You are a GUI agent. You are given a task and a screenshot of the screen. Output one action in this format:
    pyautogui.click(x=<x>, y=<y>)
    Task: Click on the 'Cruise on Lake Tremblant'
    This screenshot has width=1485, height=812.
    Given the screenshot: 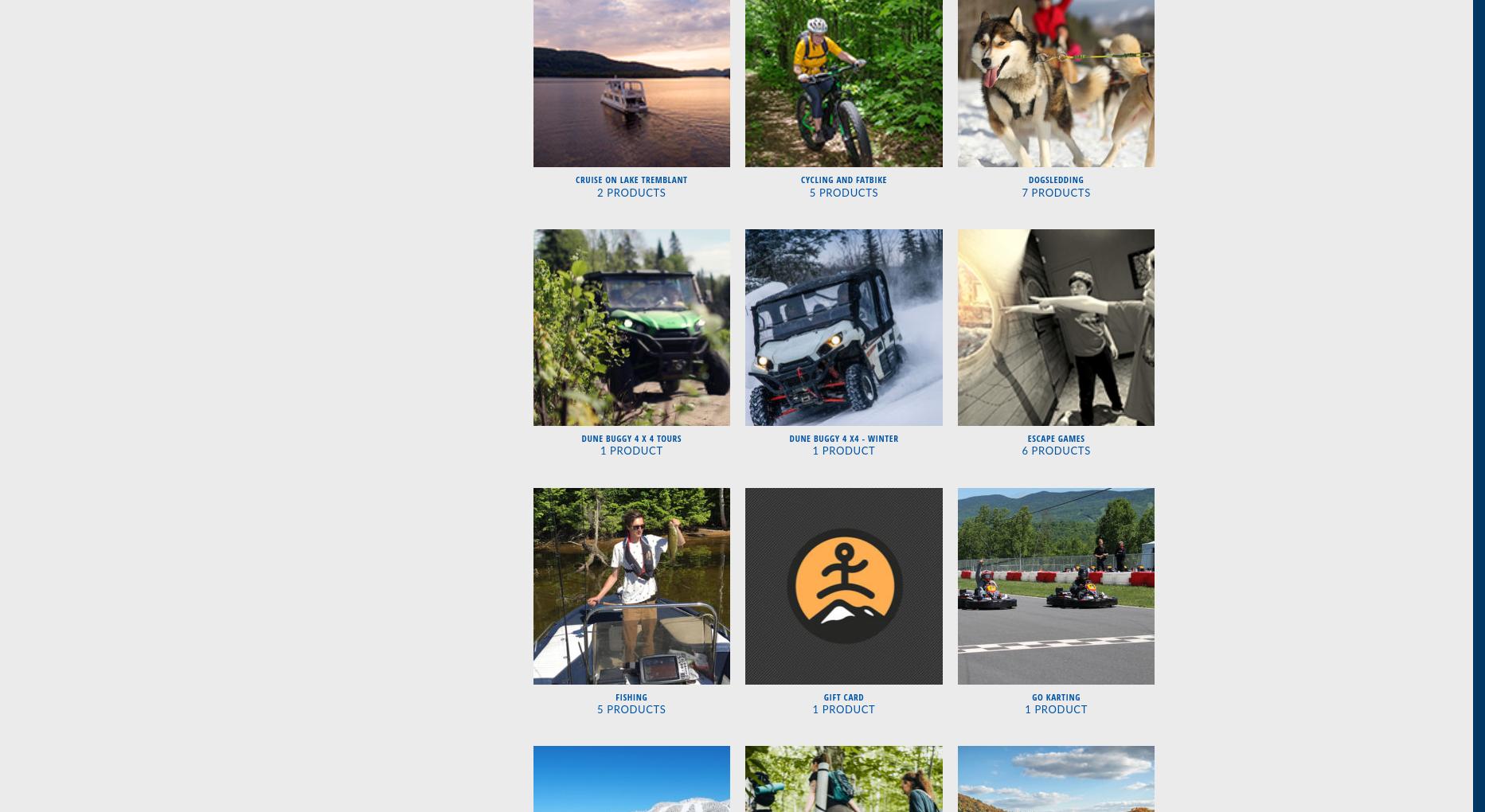 What is the action you would take?
    pyautogui.click(x=630, y=179)
    